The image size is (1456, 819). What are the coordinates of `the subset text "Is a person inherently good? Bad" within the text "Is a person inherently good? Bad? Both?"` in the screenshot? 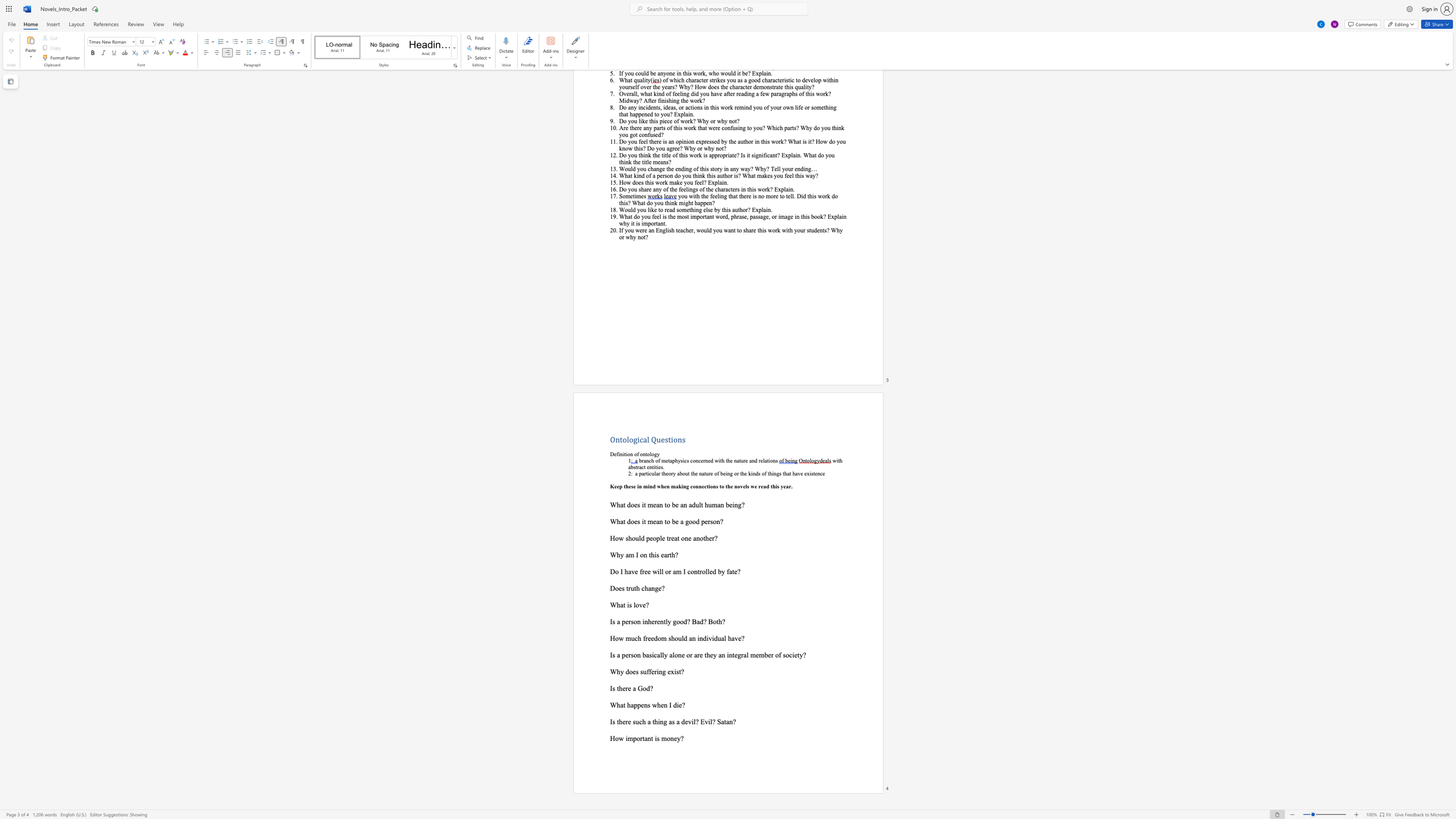 It's located at (610, 621).